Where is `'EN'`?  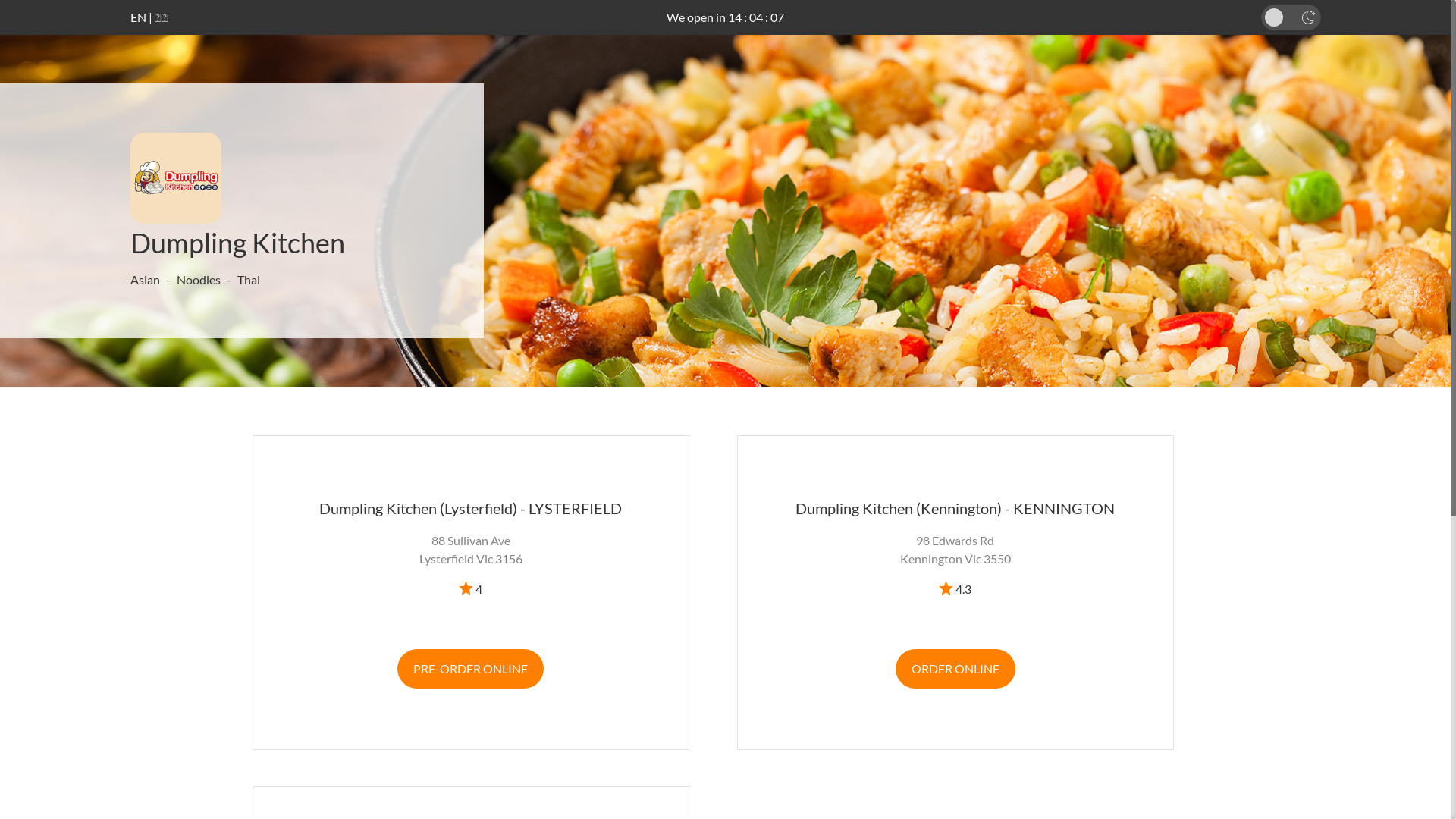
'EN' is located at coordinates (130, 17).